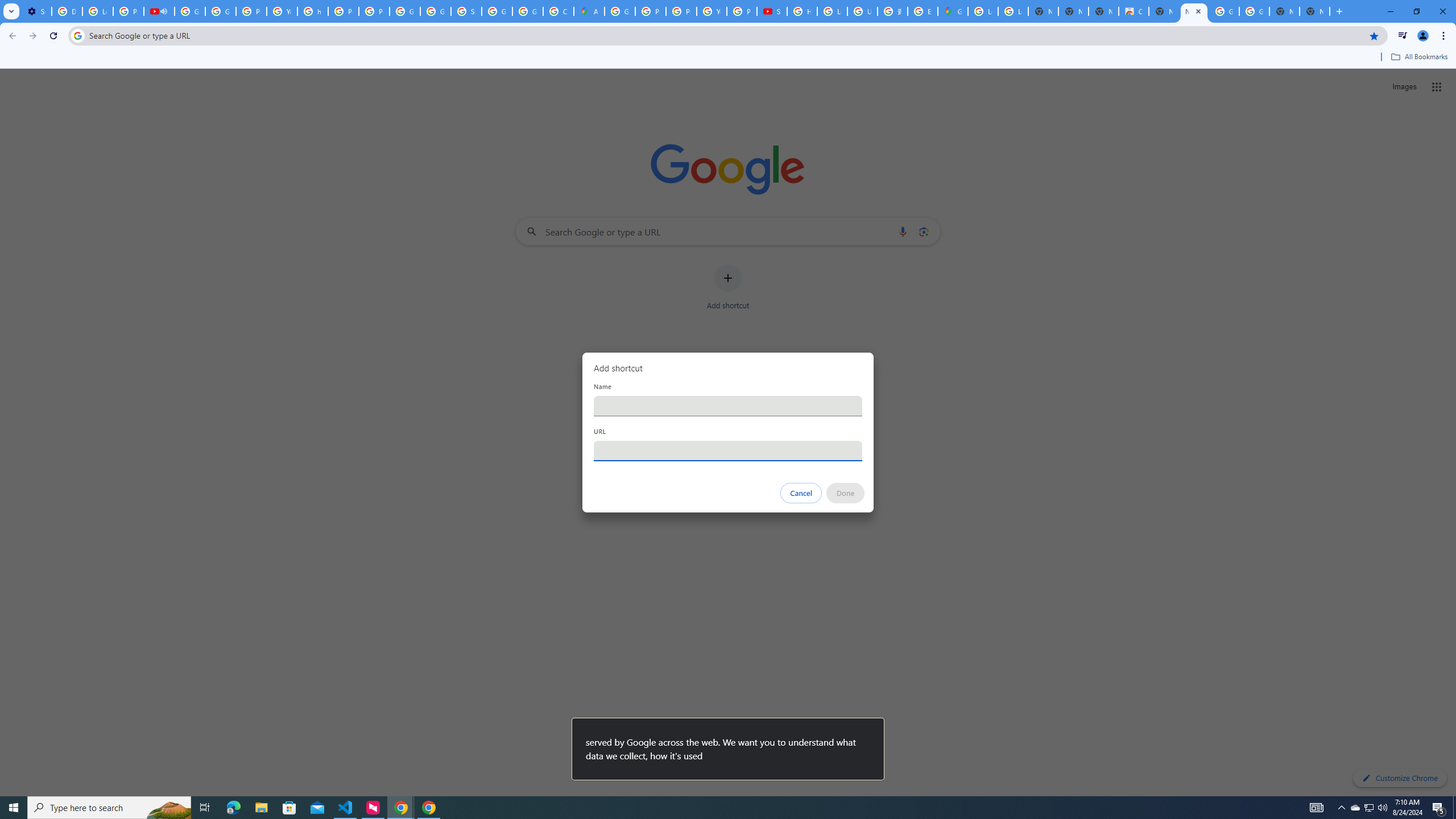 The height and width of the screenshot is (819, 1456). I want to click on 'Search icon', so click(77, 35).